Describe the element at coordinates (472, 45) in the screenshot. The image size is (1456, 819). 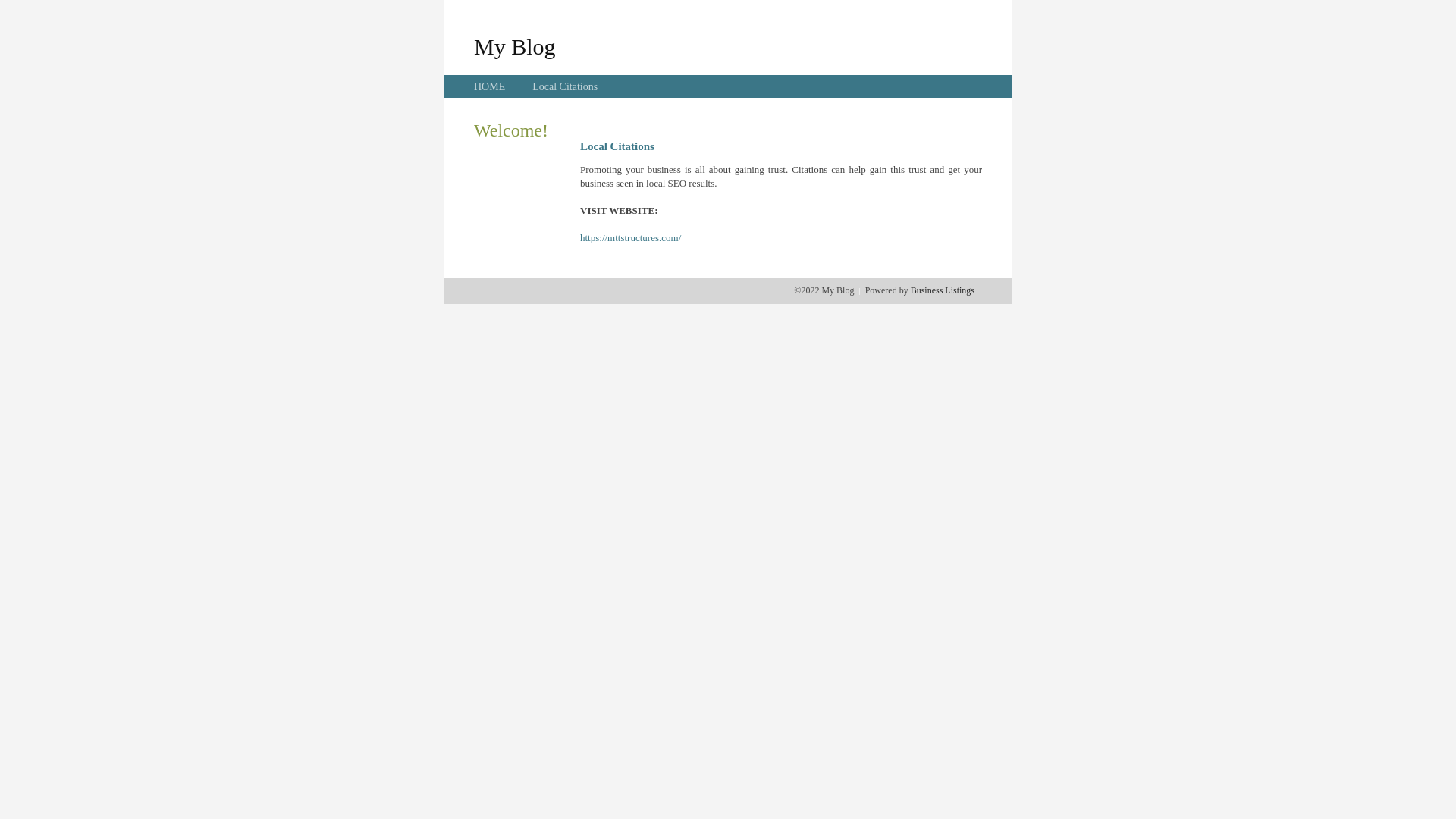
I see `'My Blog'` at that location.